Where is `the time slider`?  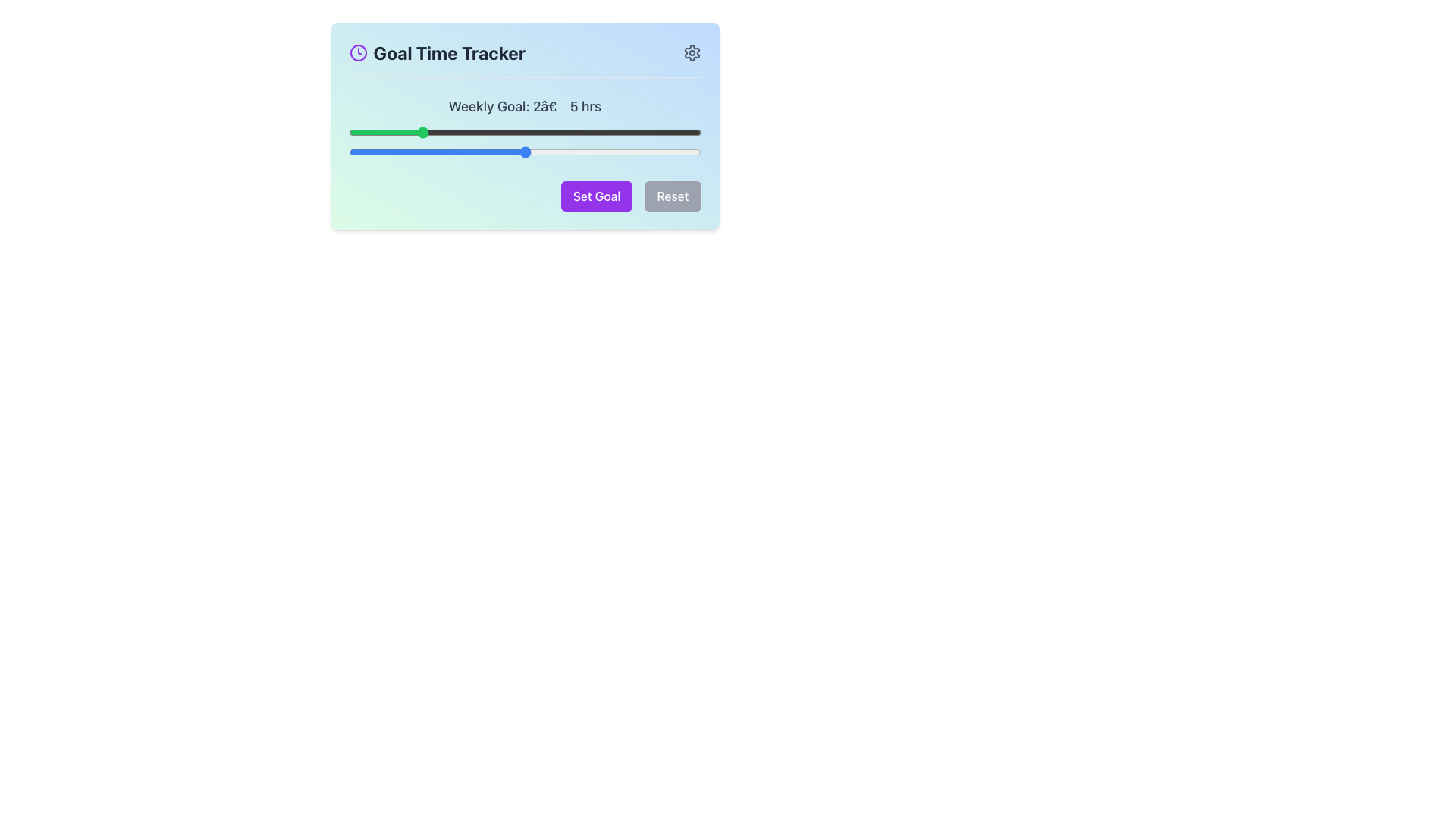 the time slider is located at coordinates (453, 131).